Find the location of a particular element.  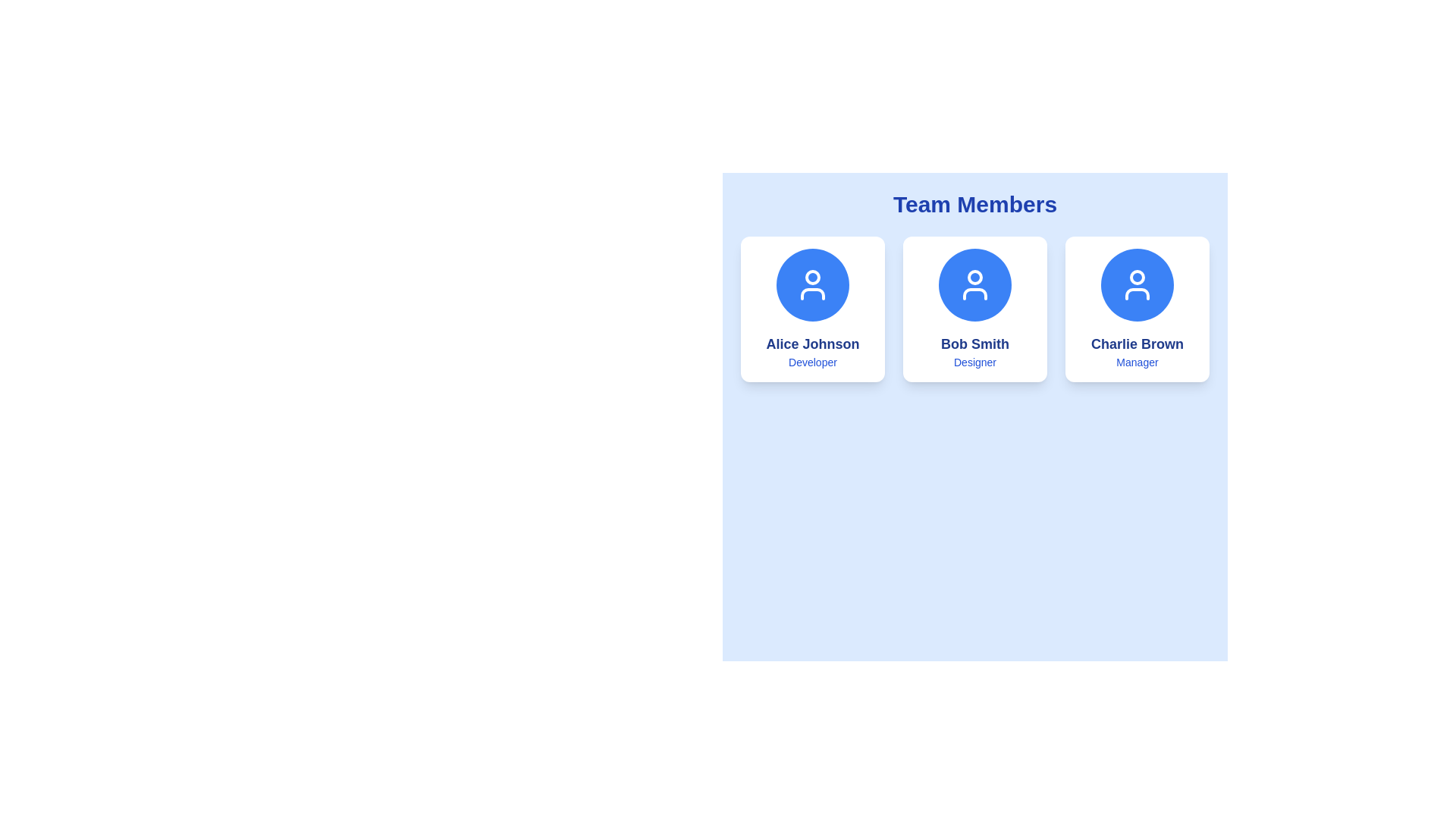

the SVG Icon representing 'Charlie Brown' in the 'Team Members' section is located at coordinates (1137, 284).